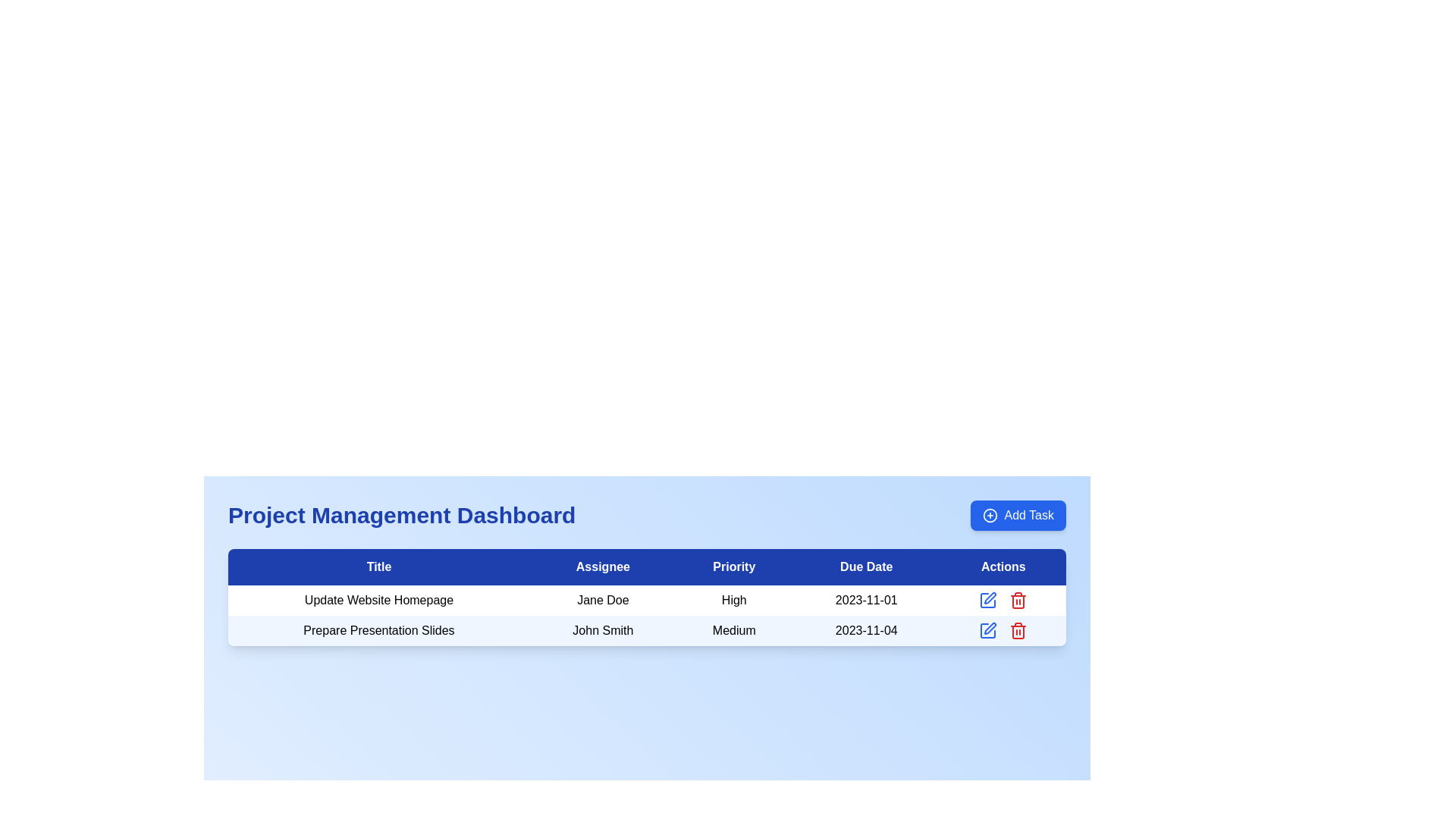  I want to click on the static text label 'Title' which is the leftmost item in the header row of the table, prominently displayed in white against a dark blue background, so click(378, 567).